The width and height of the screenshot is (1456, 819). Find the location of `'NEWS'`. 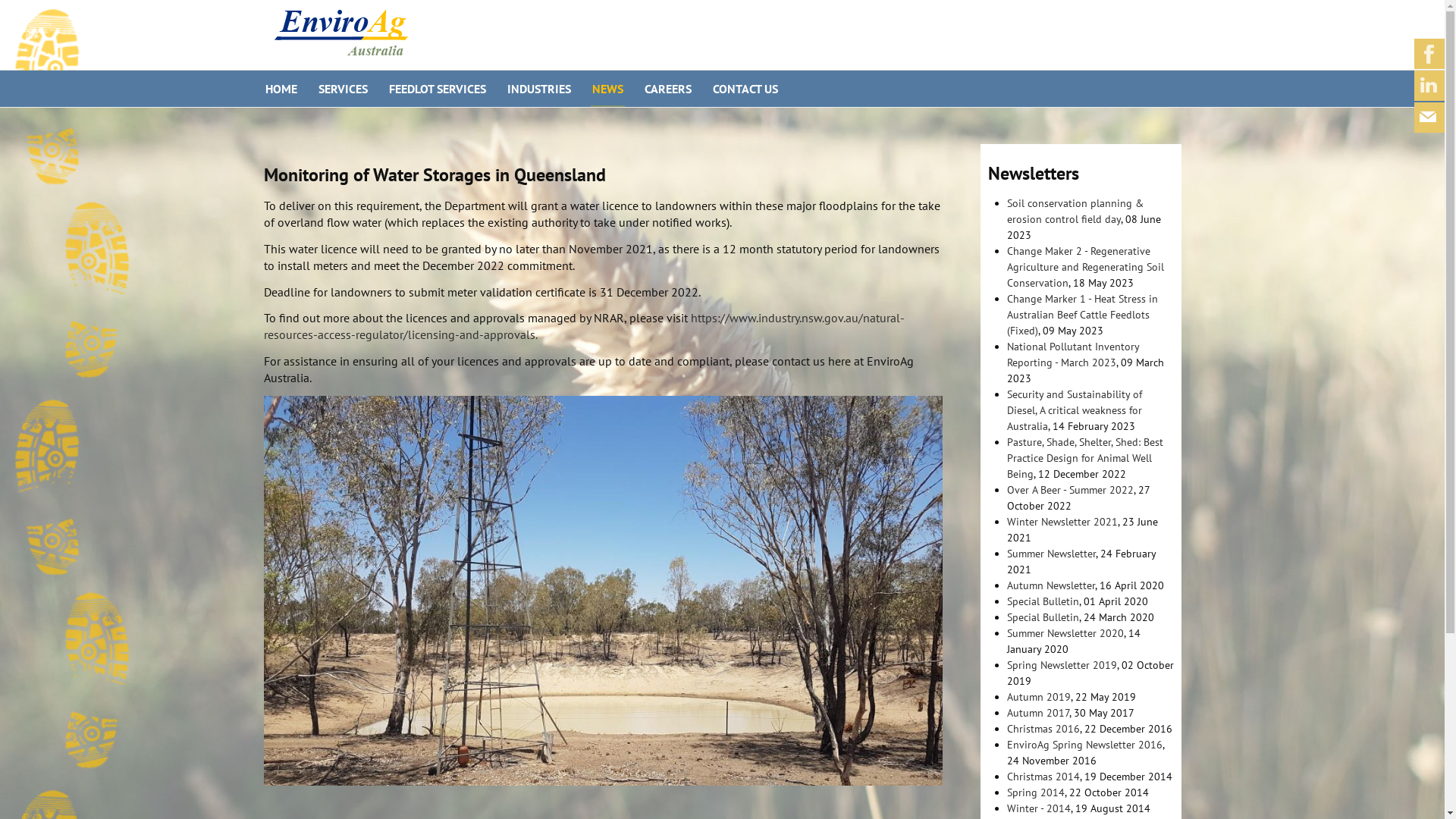

'NEWS' is located at coordinates (607, 88).